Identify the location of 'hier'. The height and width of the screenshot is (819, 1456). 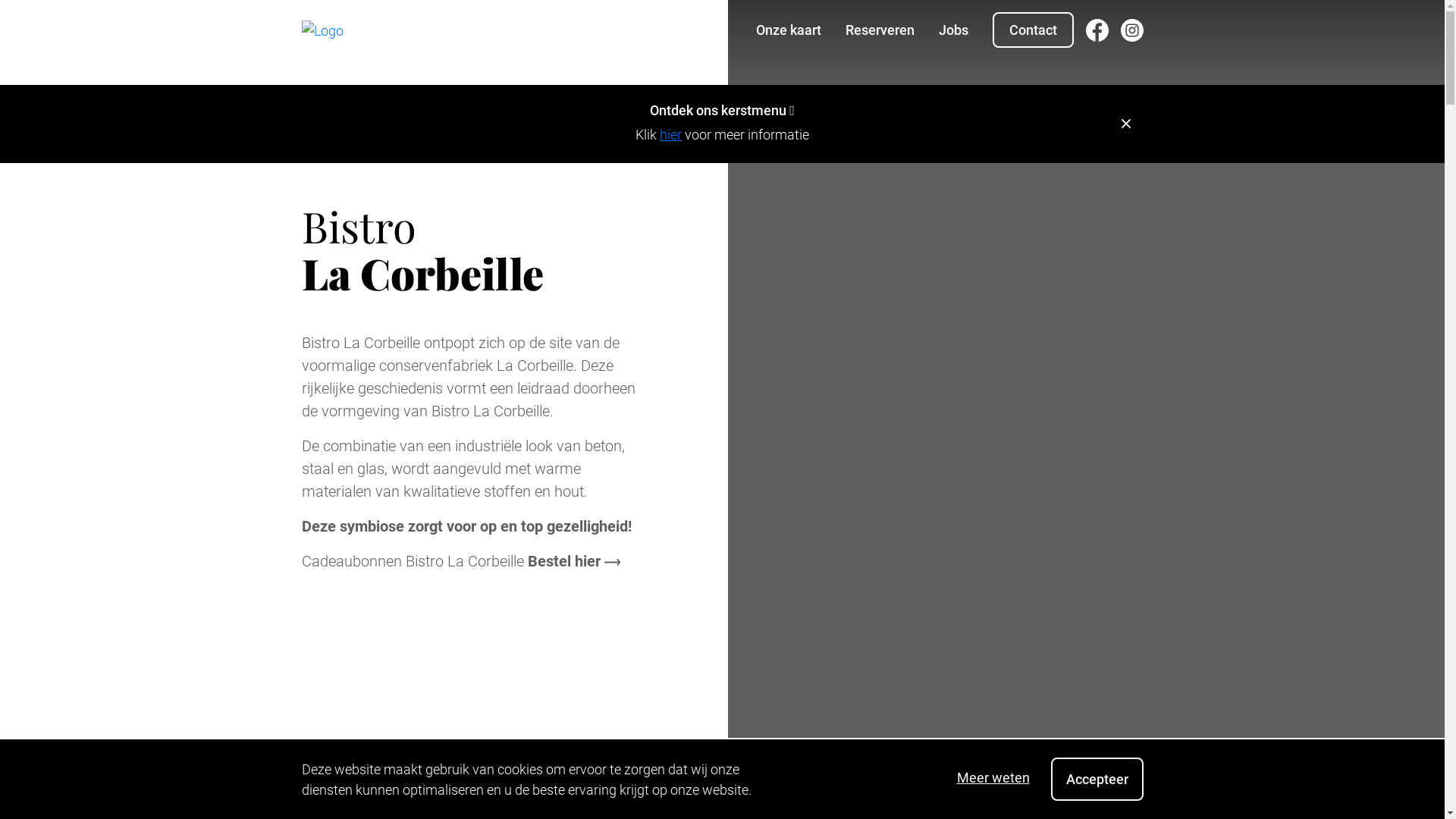
(659, 133).